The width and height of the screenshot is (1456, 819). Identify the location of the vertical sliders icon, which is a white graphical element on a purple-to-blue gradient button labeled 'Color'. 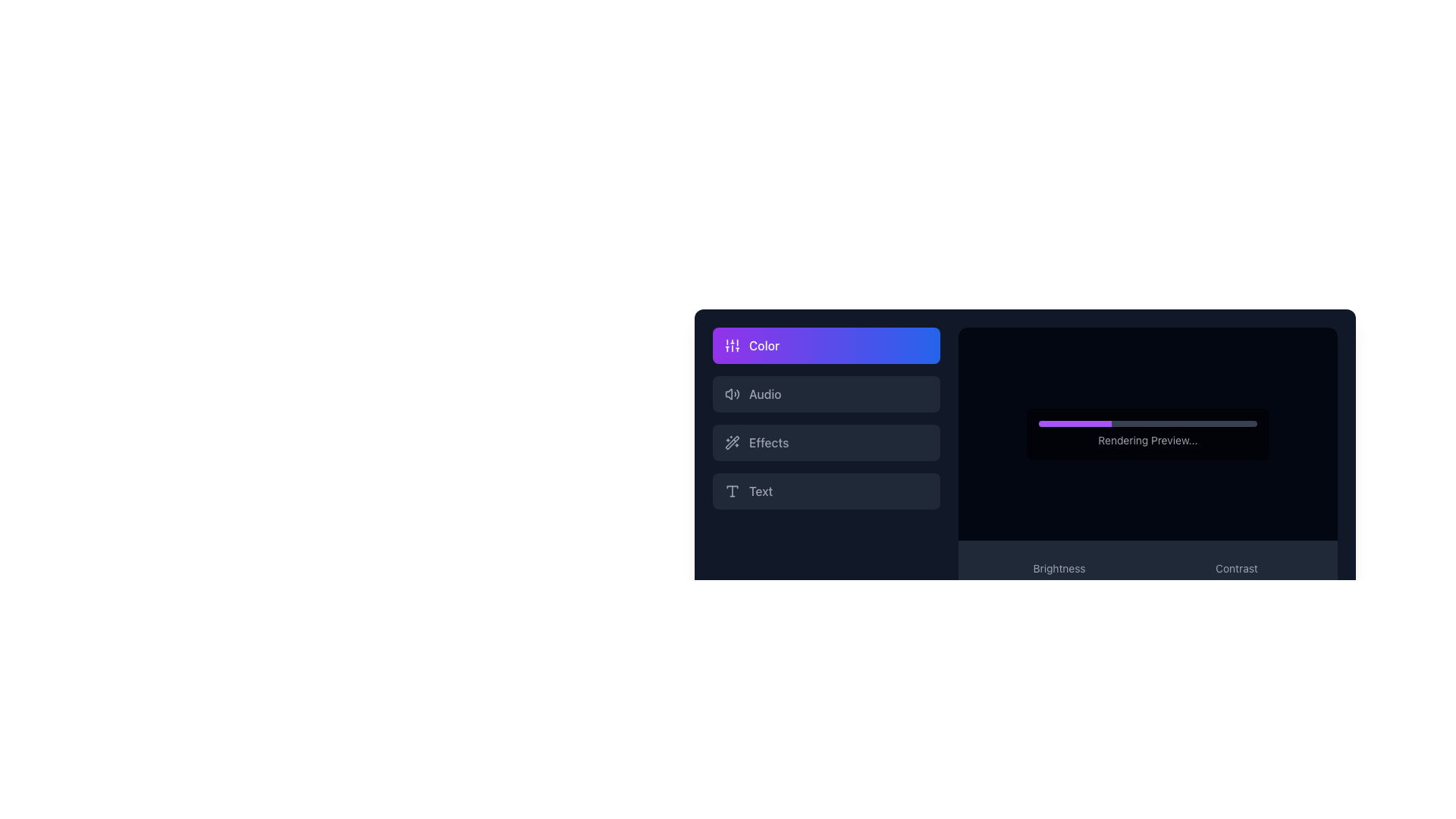
(732, 345).